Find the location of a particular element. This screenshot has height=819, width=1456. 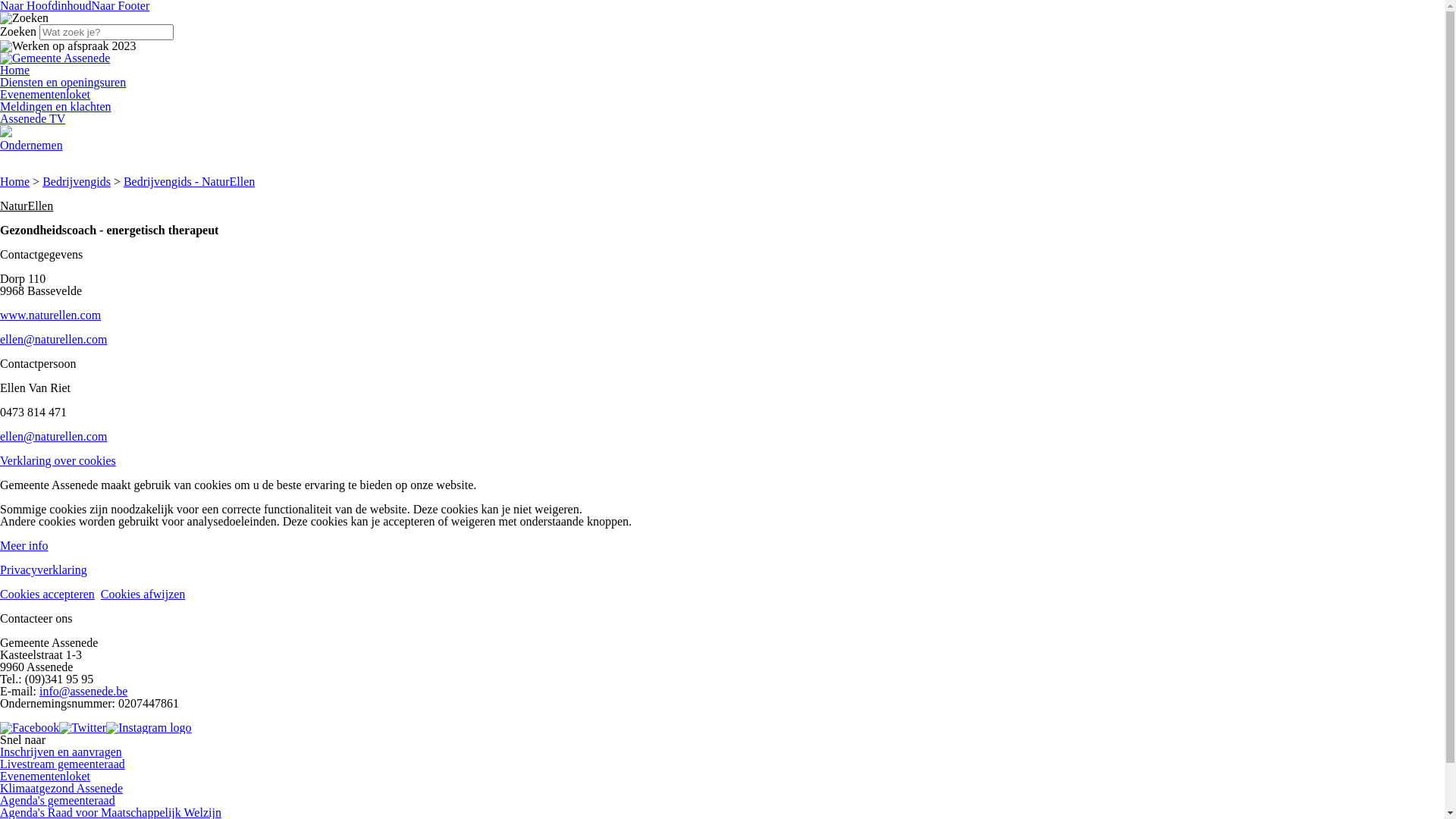

'Werken op afspraak 2023' is located at coordinates (67, 45).